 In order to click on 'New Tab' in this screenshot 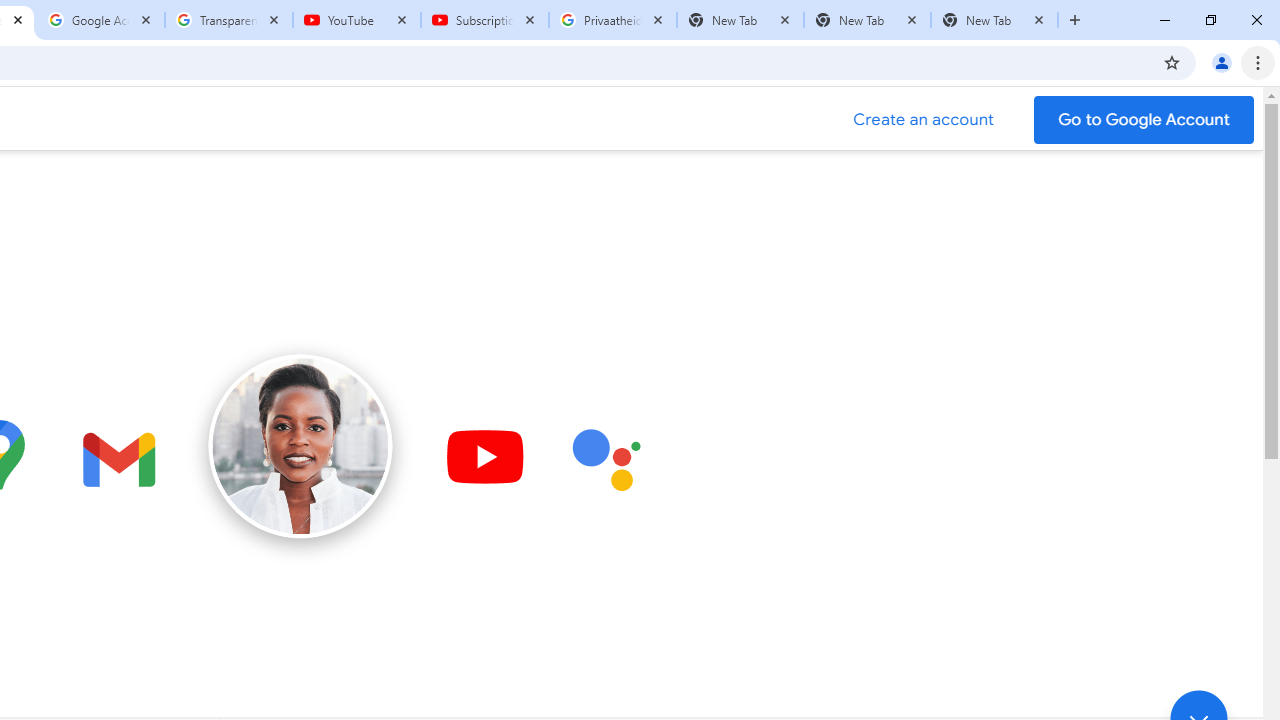, I will do `click(994, 20)`.